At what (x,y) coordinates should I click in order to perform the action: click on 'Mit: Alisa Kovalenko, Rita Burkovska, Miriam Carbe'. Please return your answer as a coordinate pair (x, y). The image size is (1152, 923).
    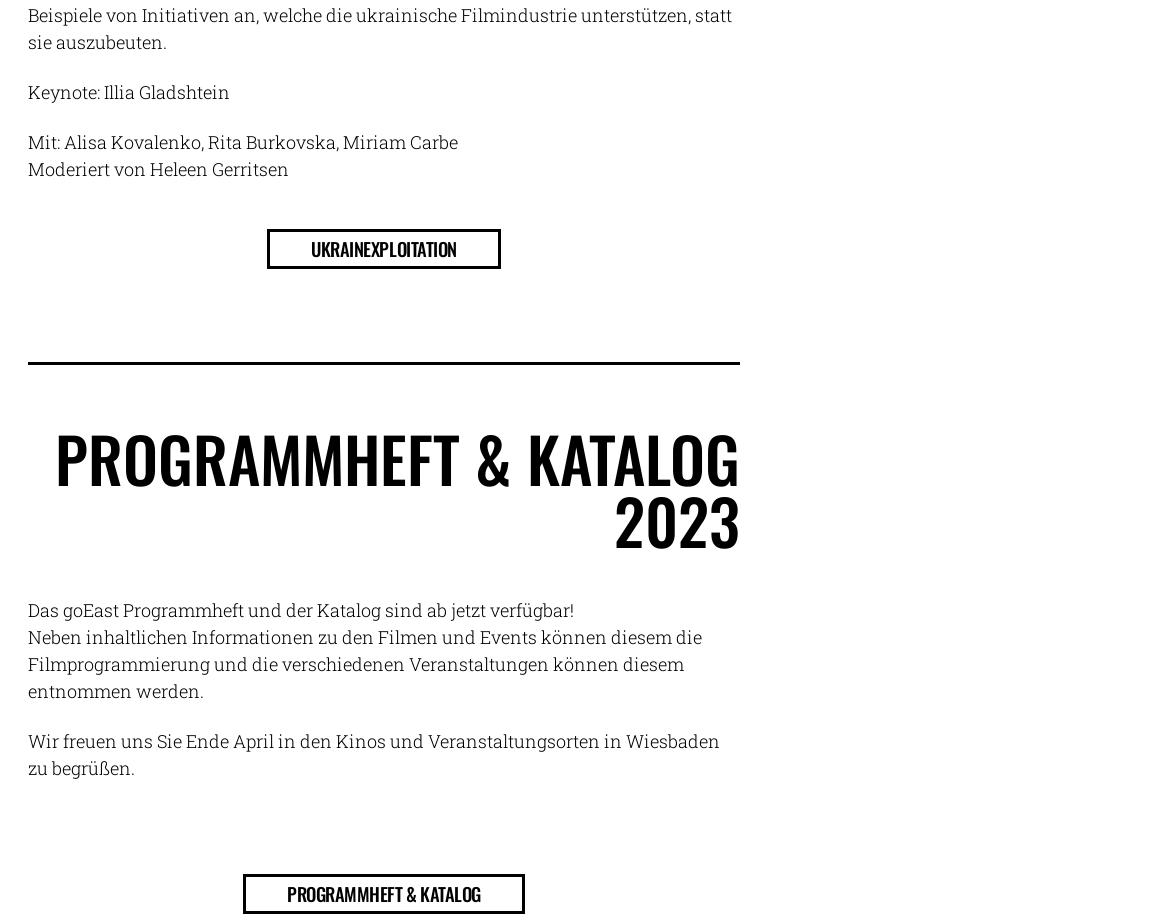
    Looking at the image, I should click on (26, 141).